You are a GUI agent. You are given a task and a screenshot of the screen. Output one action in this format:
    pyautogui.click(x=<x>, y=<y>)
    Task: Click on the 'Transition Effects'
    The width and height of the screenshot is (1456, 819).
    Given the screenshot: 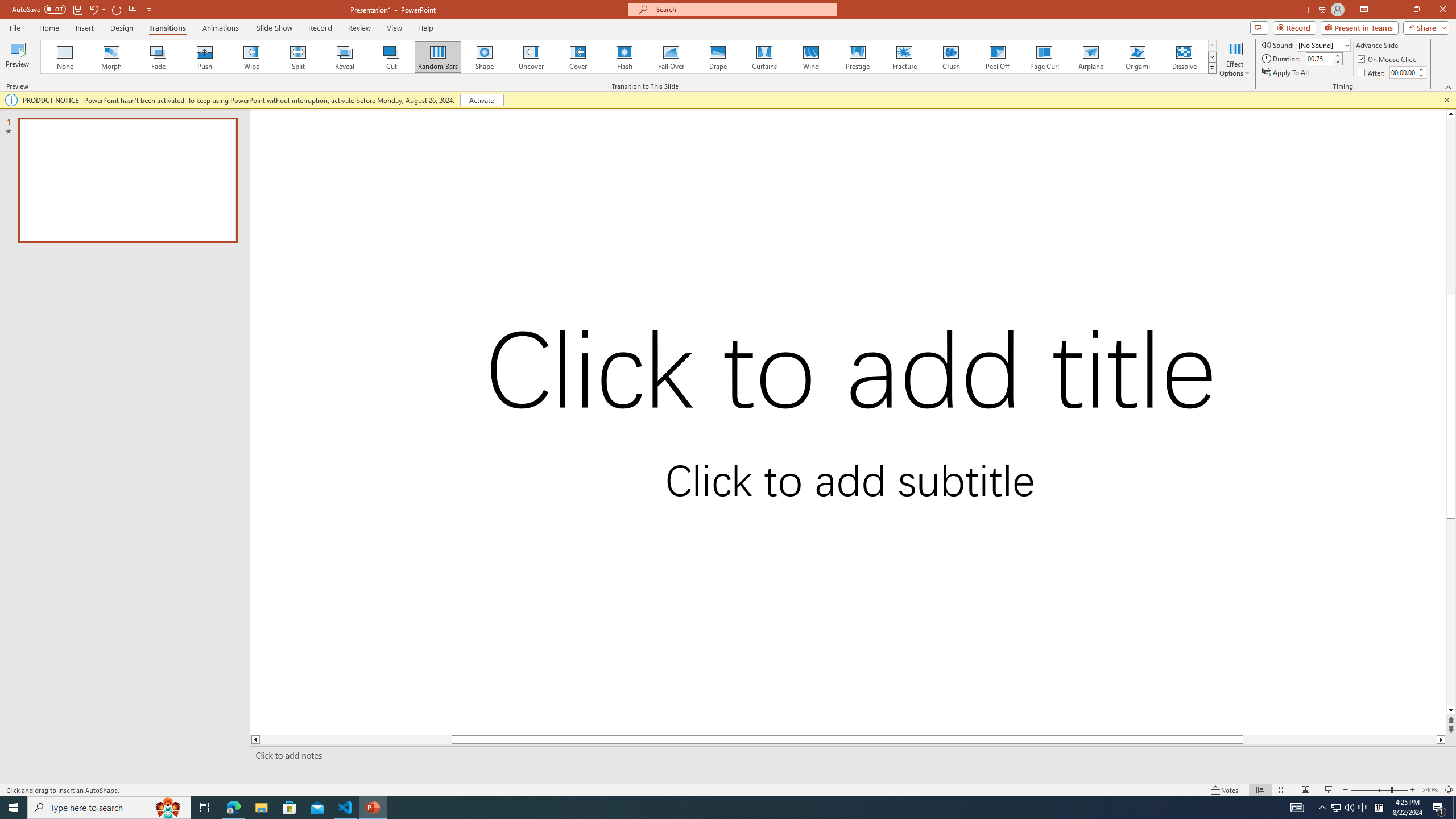 What is the action you would take?
    pyautogui.click(x=1212, y=67)
    